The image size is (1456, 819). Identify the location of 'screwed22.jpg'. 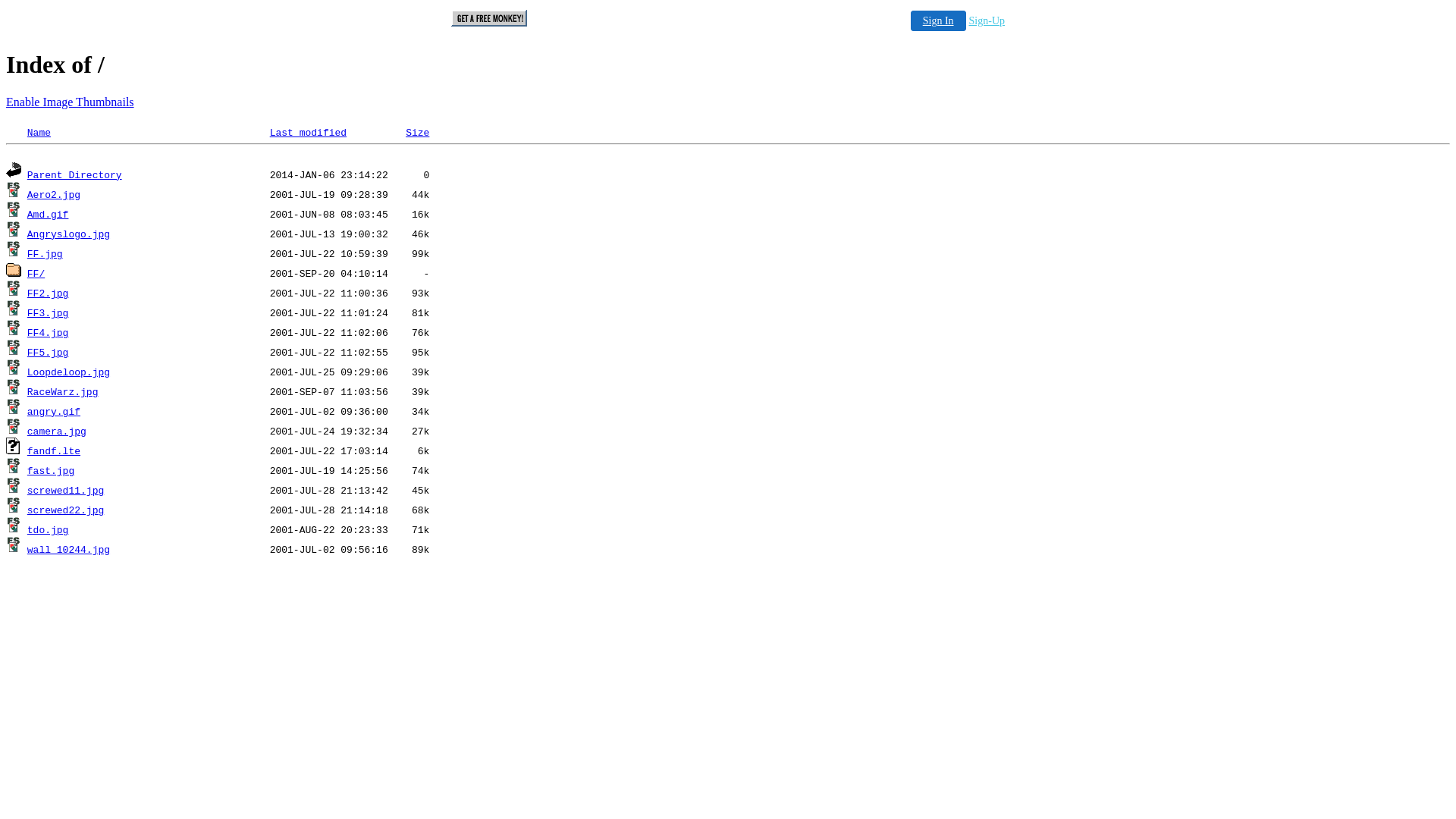
(64, 510).